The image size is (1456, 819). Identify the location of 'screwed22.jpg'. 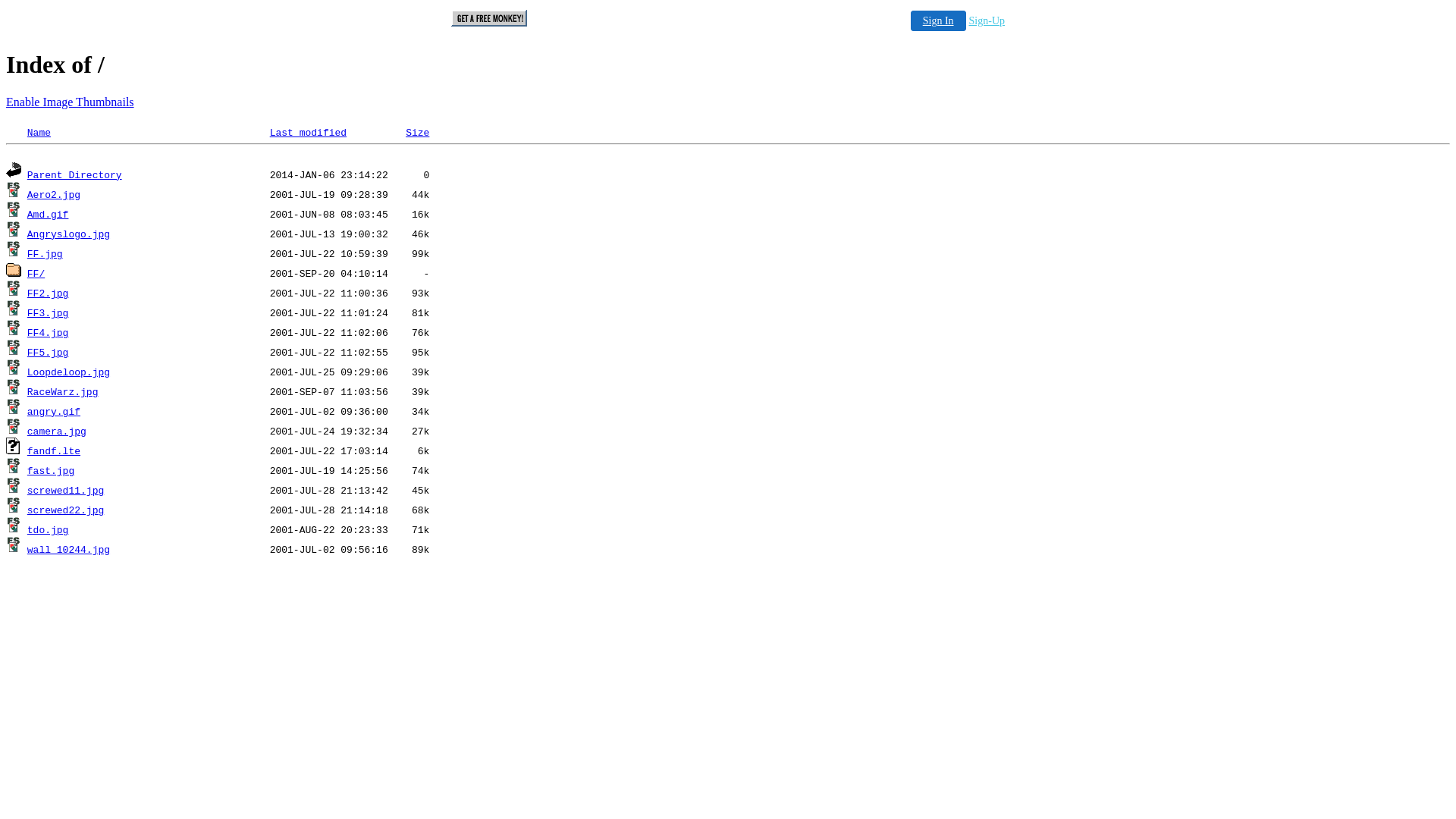
(64, 510).